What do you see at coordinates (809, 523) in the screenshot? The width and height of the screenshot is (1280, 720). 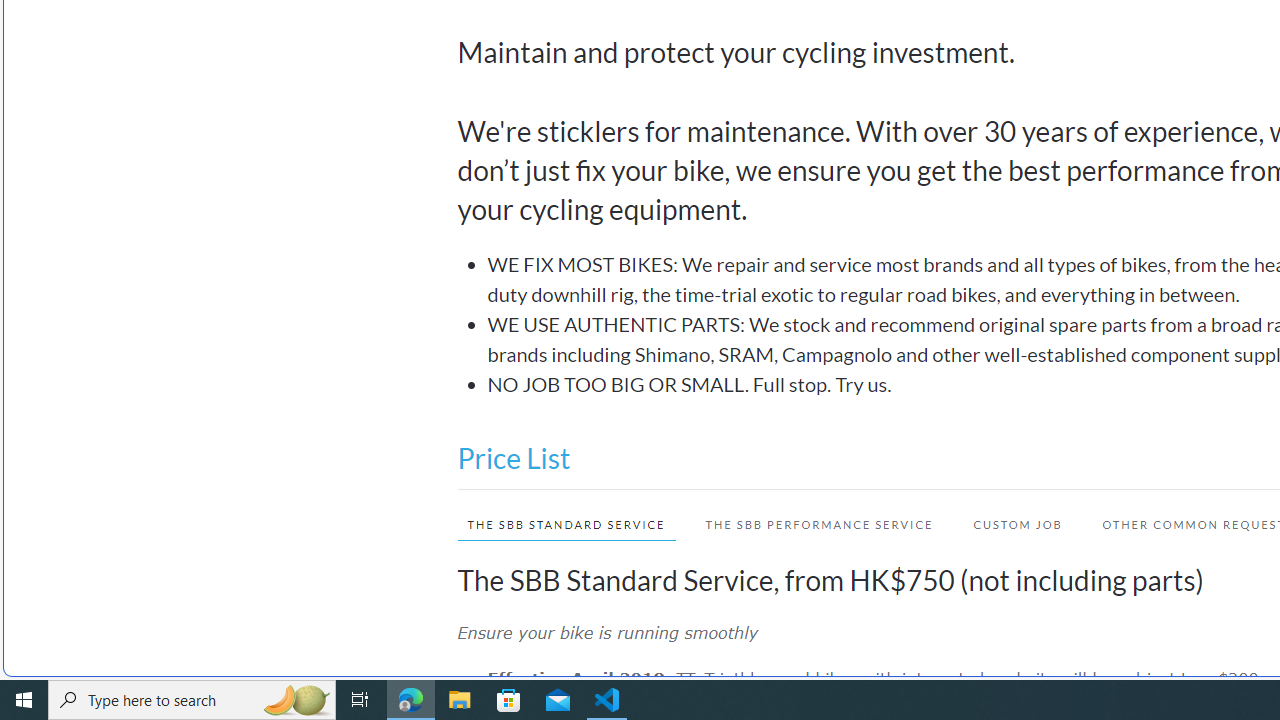 I see `'THE SBB PERFORMANCE SERVICE'` at bounding box center [809, 523].